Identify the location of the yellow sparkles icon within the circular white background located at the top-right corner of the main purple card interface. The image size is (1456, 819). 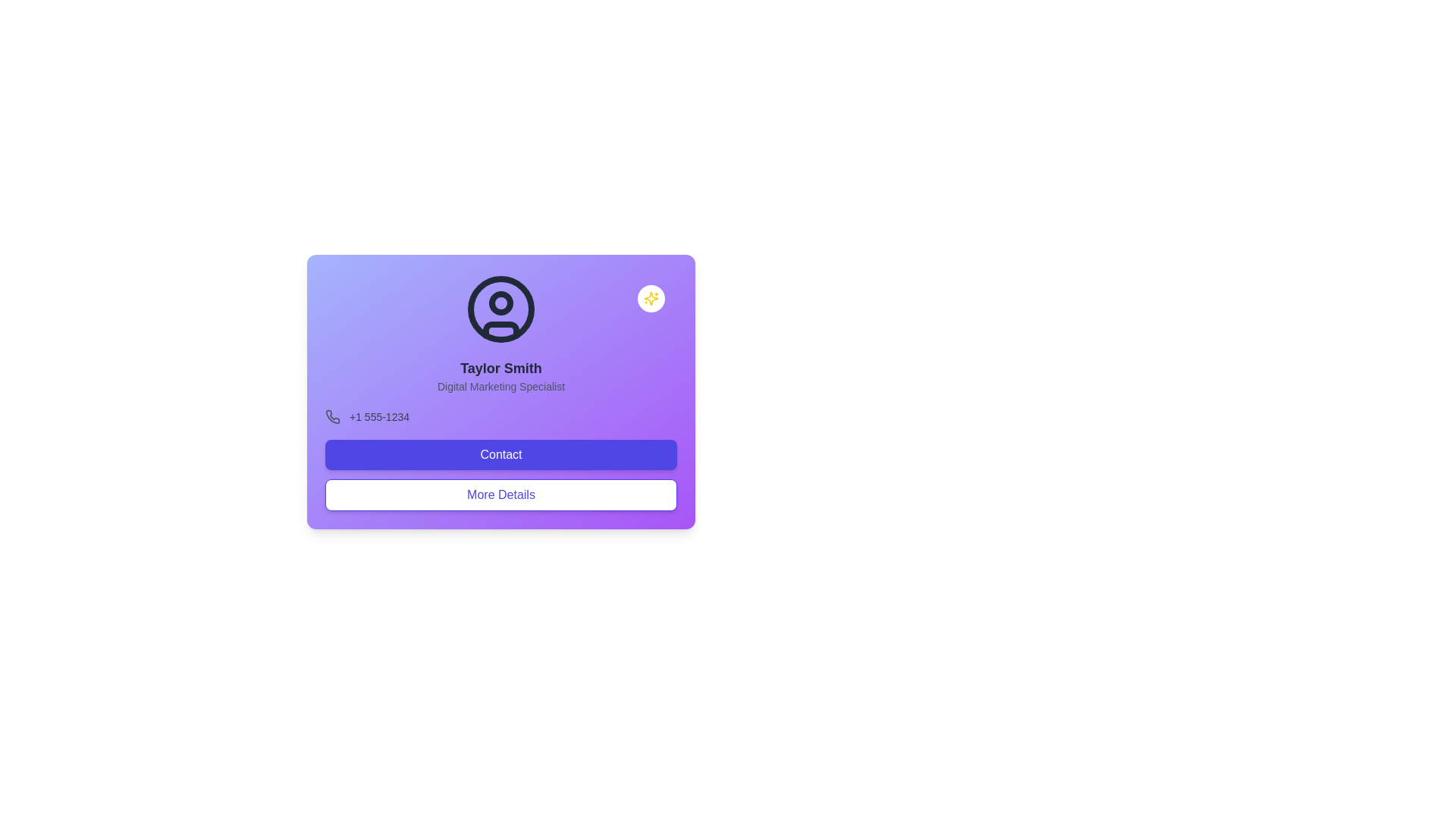
(651, 298).